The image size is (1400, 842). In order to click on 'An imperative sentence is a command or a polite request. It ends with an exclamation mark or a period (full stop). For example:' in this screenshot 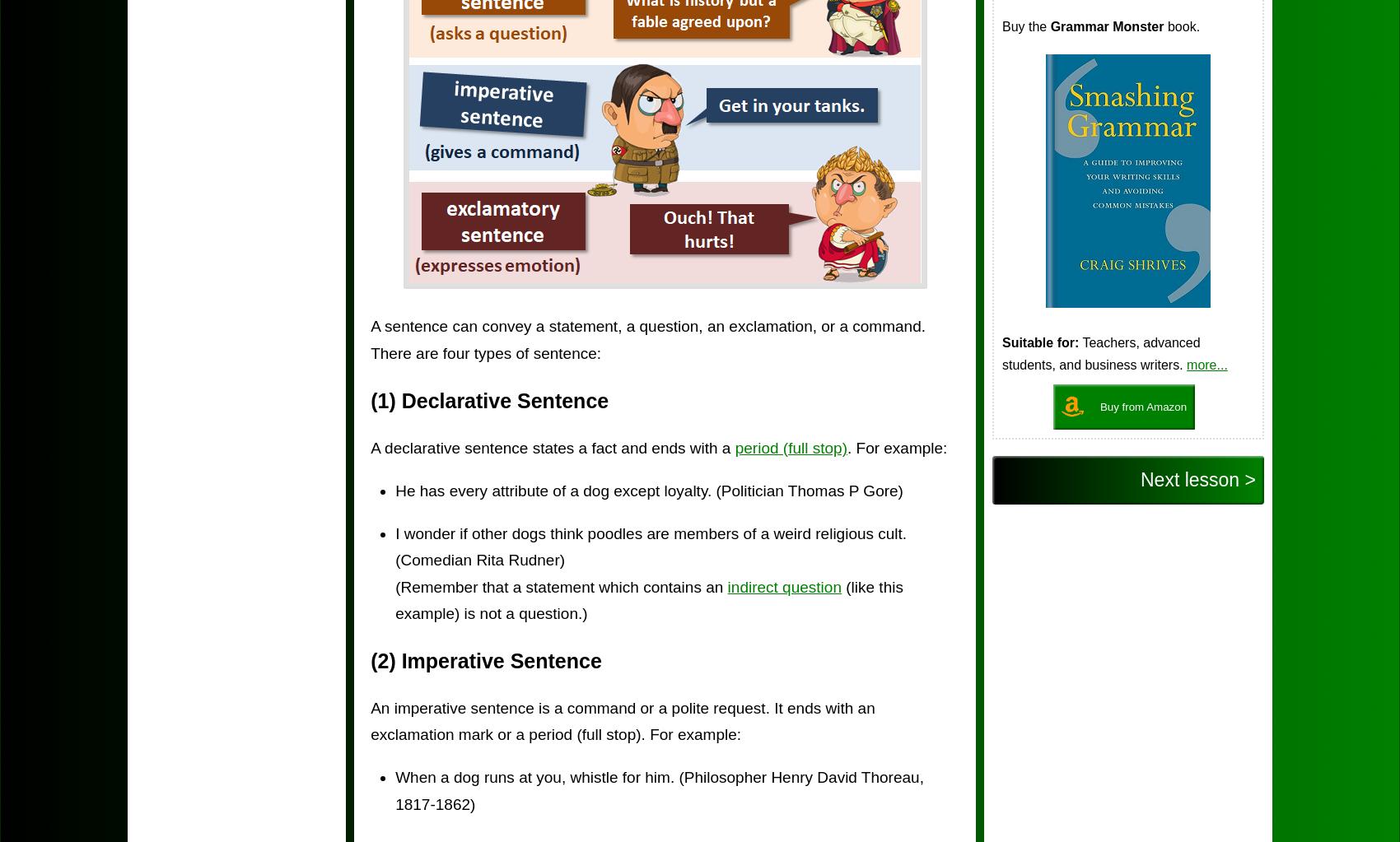, I will do `click(621, 720)`.